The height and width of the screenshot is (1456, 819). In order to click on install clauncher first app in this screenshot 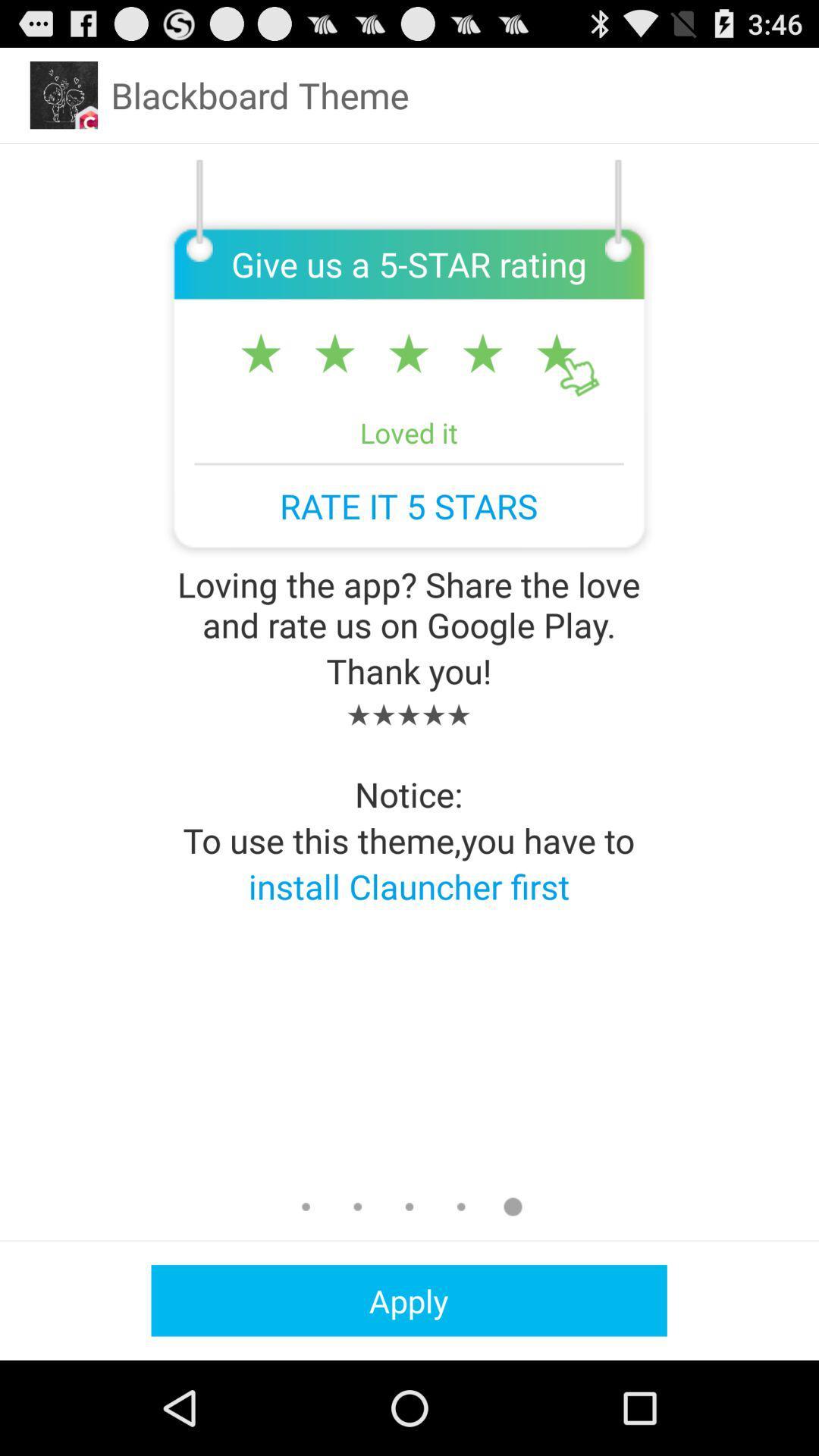, I will do `click(408, 886)`.